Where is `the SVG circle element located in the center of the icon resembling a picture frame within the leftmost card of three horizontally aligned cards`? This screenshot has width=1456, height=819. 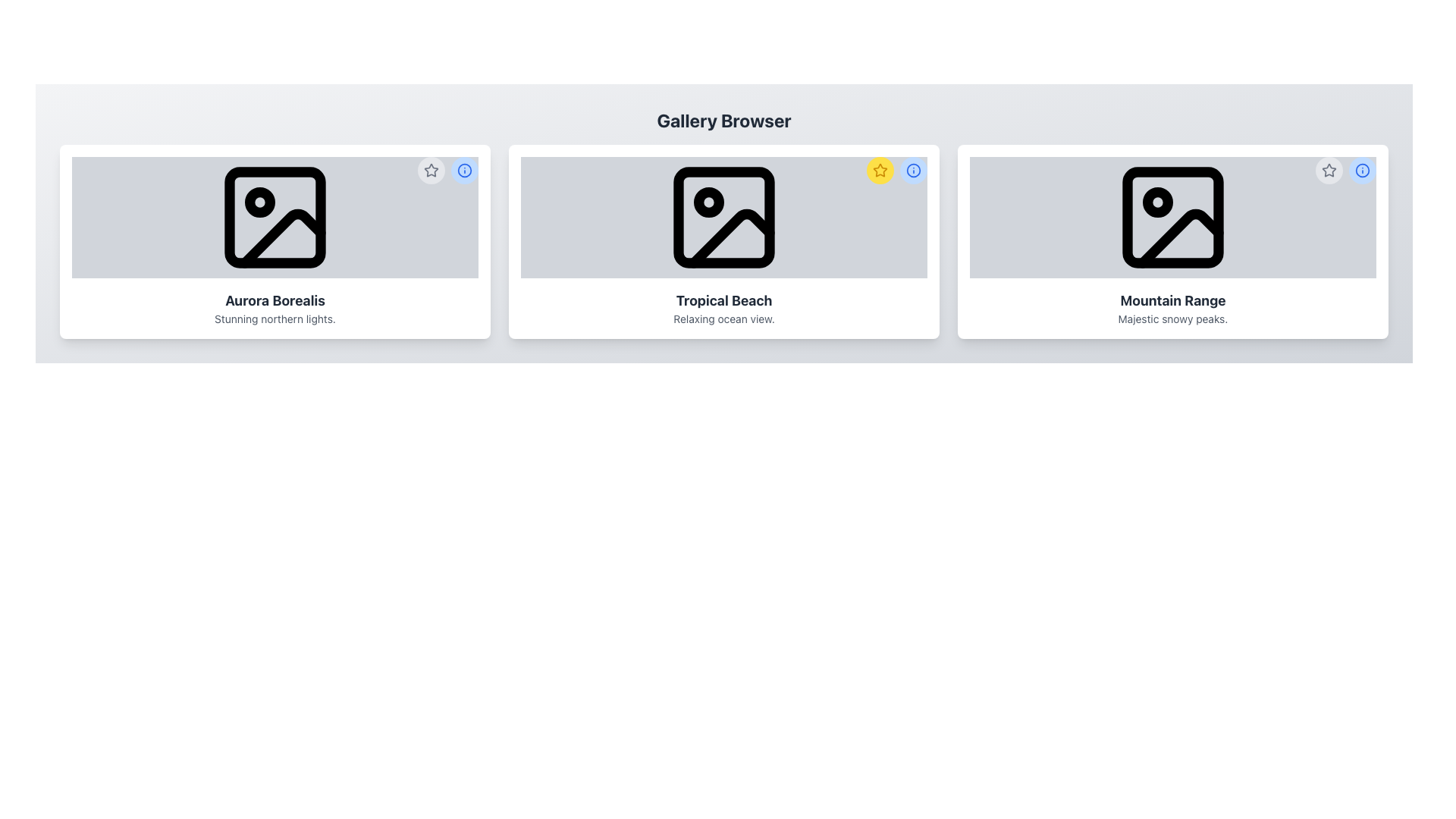
the SVG circle element located in the center of the icon resembling a picture frame within the leftmost card of three horizontally aligned cards is located at coordinates (259, 201).